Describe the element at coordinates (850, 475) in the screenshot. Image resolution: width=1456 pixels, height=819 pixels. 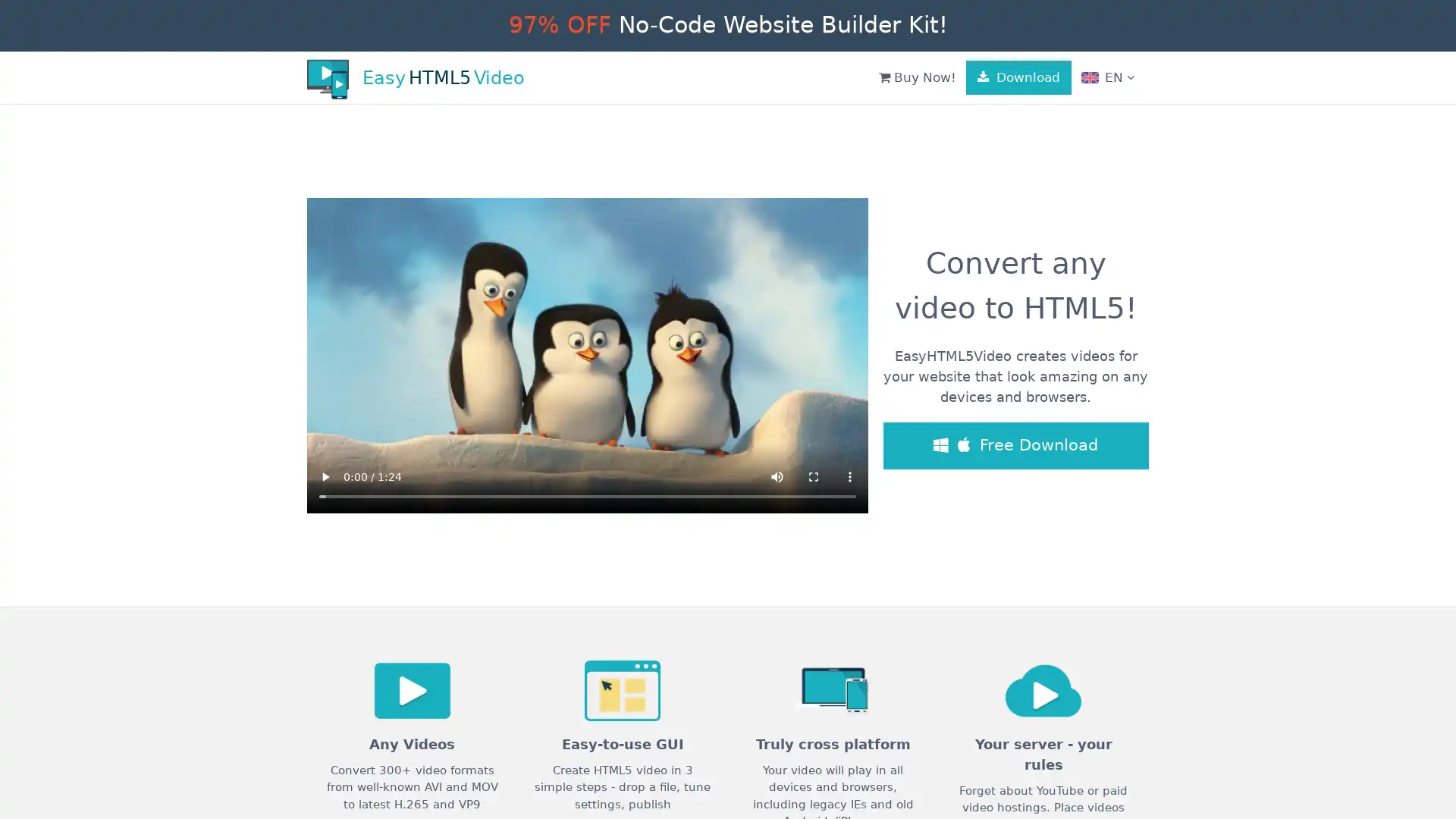
I see `show more media controls` at that location.